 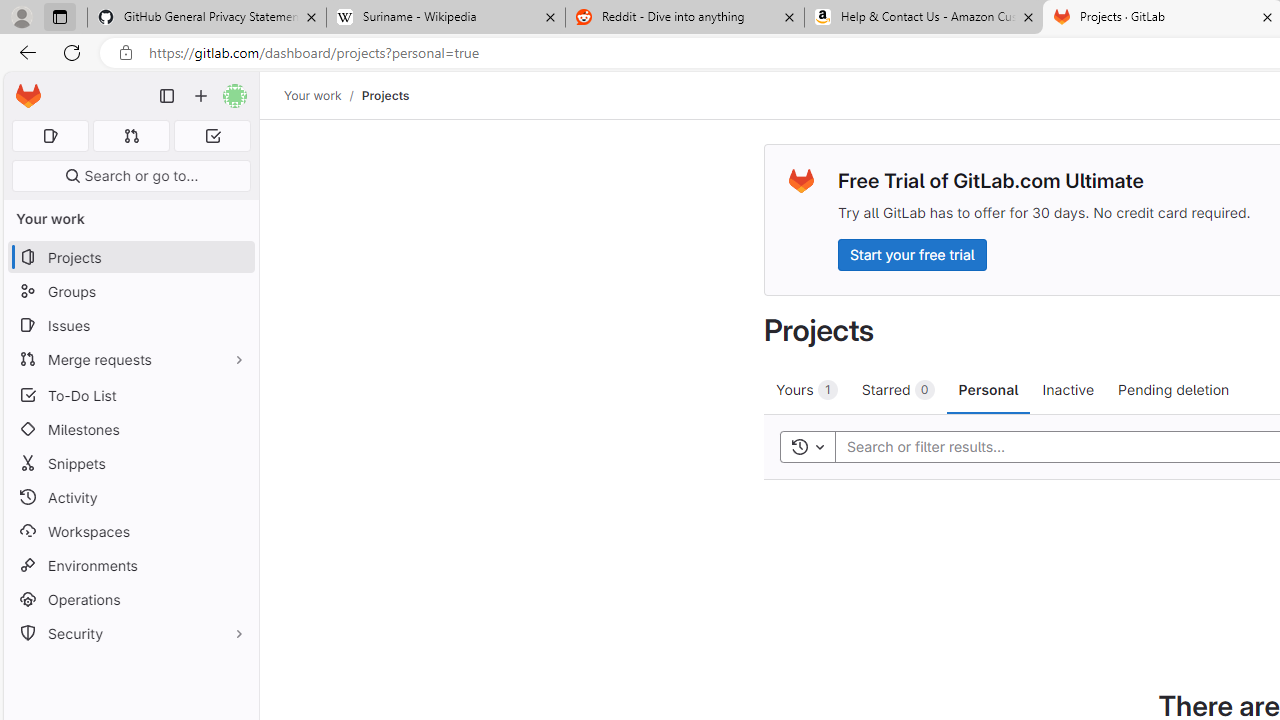 What do you see at coordinates (130, 633) in the screenshot?
I see `'Security'` at bounding box center [130, 633].